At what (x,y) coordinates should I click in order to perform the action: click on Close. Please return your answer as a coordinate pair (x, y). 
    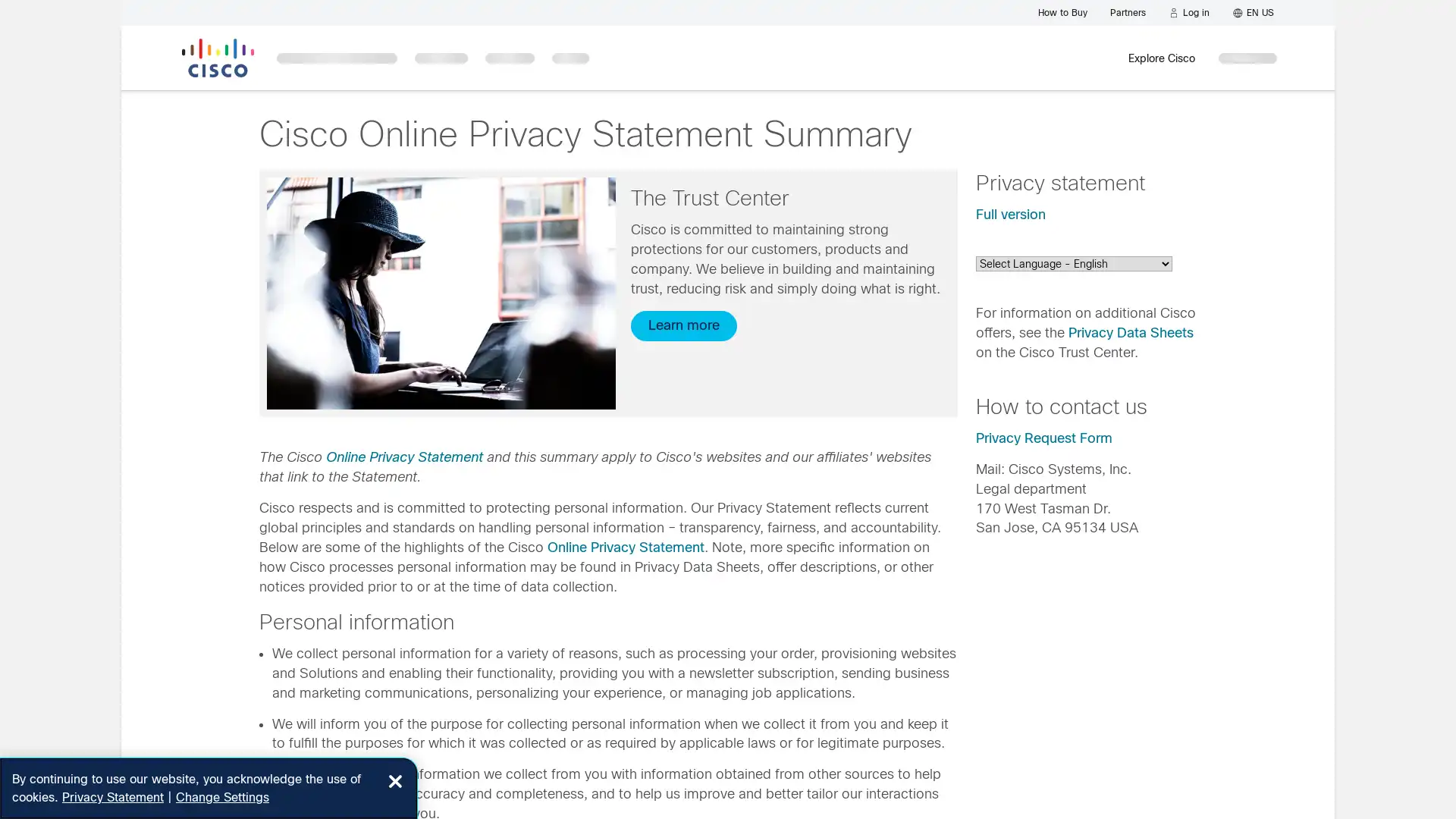
    Looking at the image, I should click on (395, 780).